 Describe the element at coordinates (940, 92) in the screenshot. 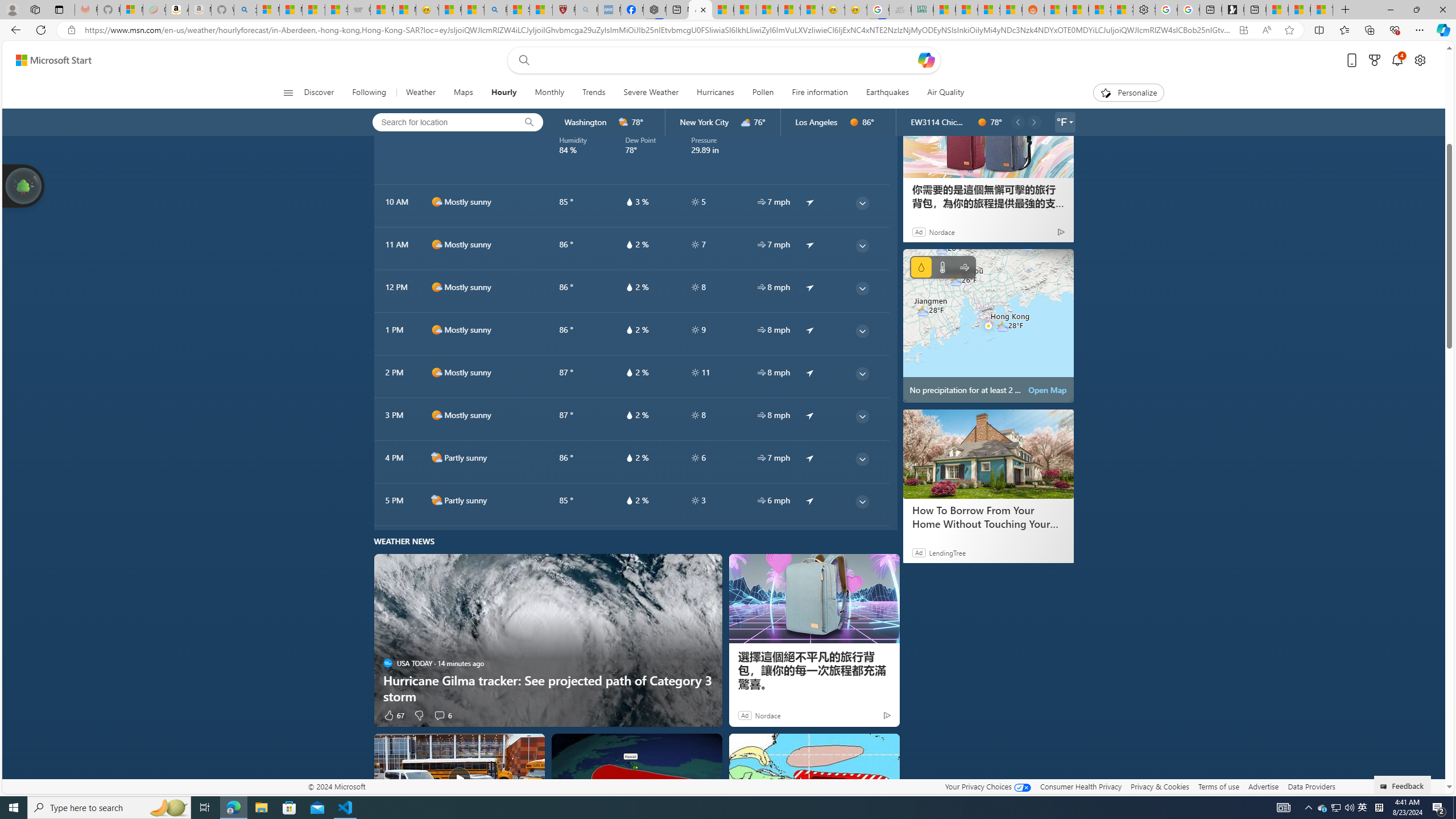

I see `'Air Quality'` at that location.